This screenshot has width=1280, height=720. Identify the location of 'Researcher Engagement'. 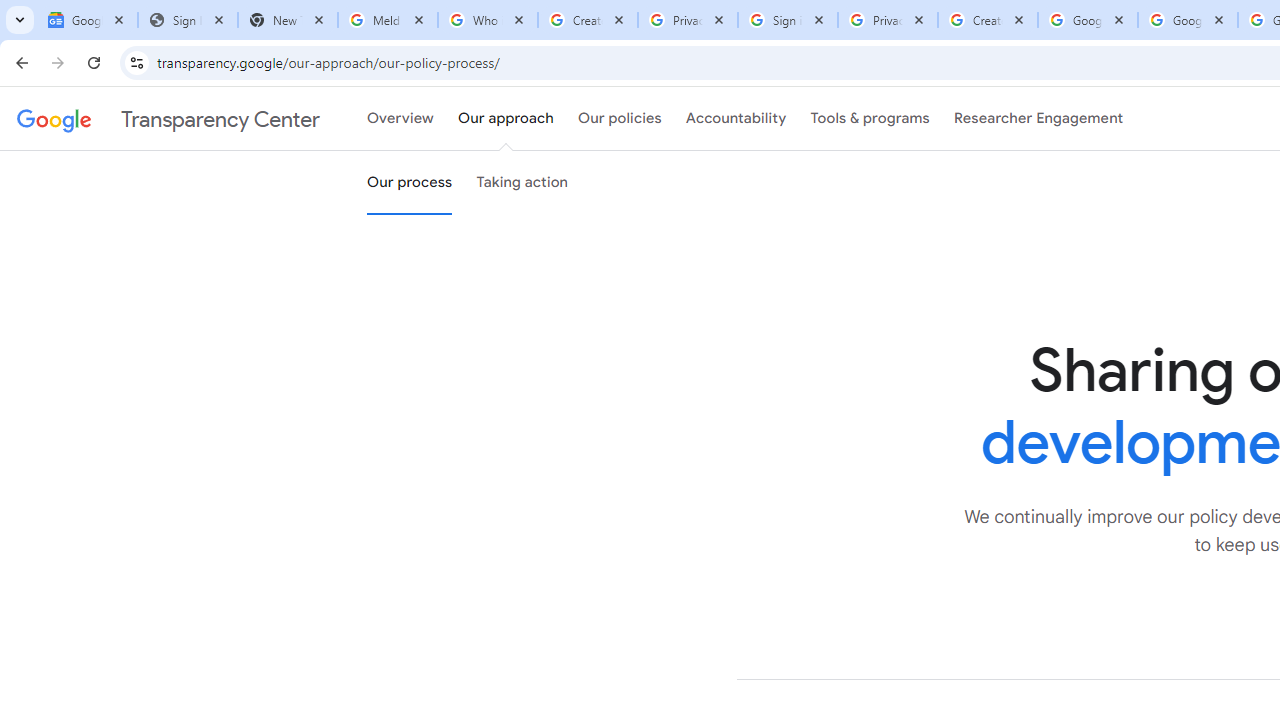
(1038, 119).